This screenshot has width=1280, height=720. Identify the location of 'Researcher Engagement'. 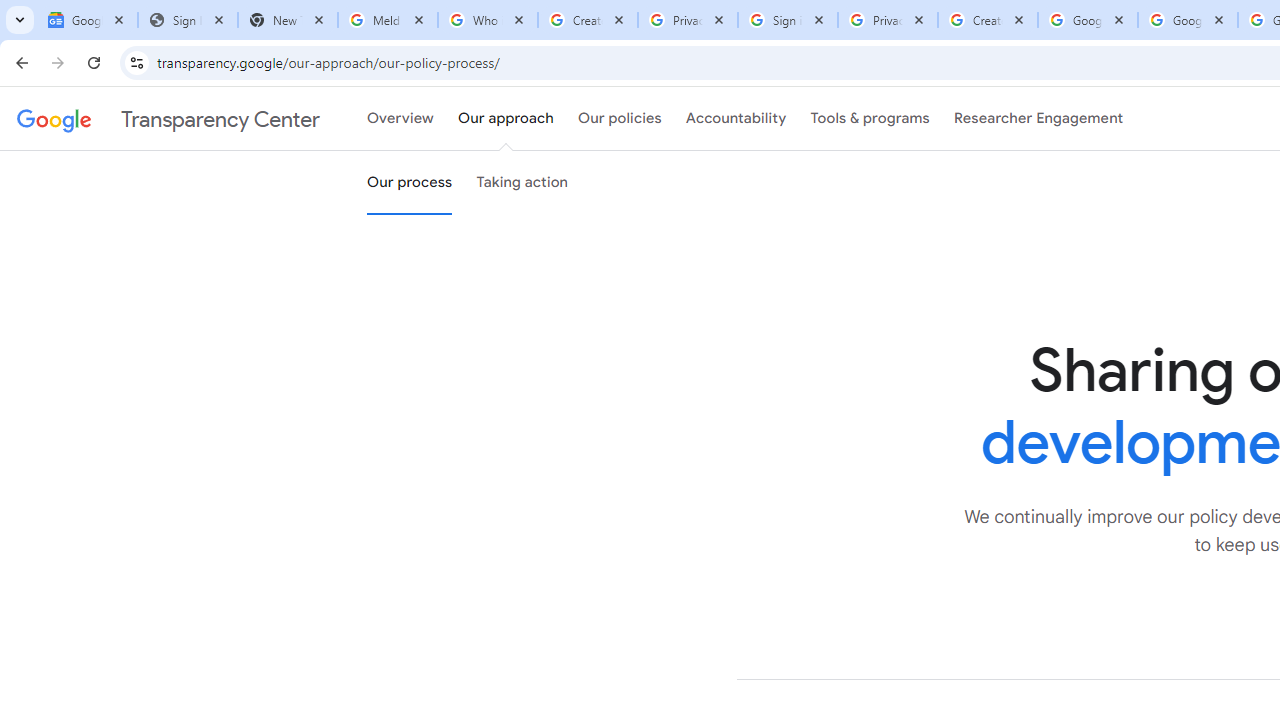
(1038, 119).